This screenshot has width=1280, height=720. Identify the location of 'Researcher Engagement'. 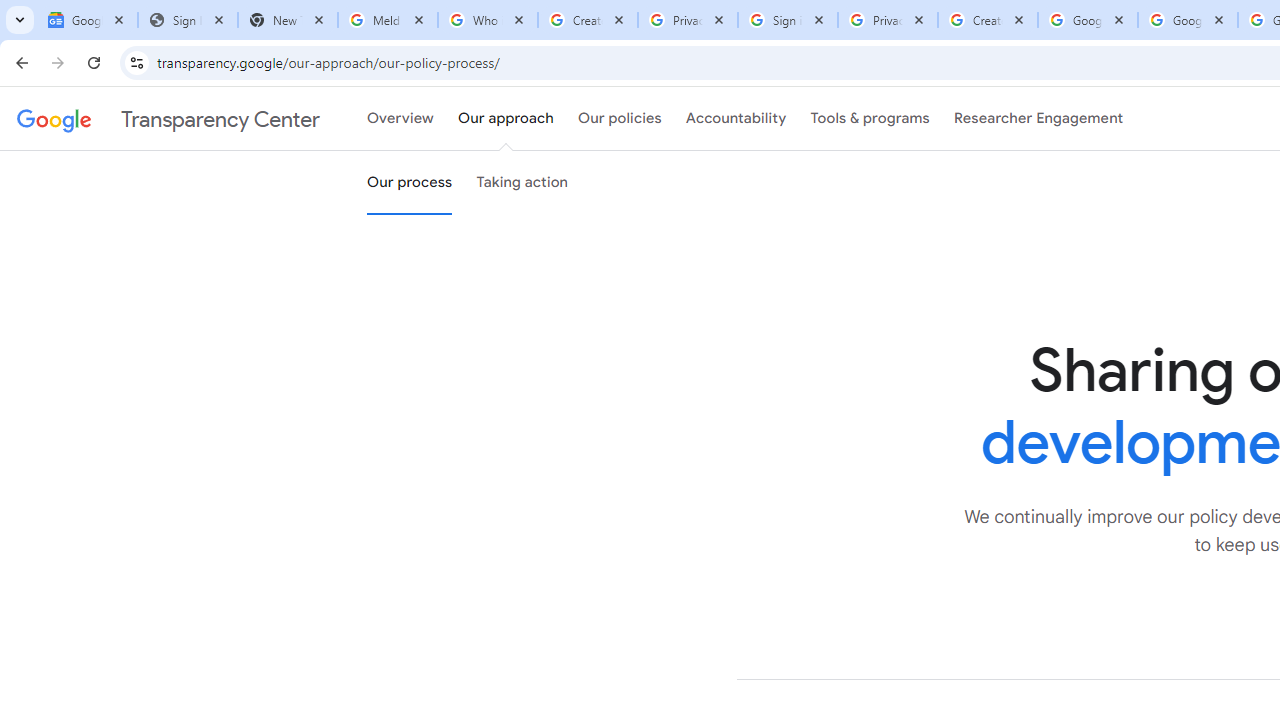
(1038, 119).